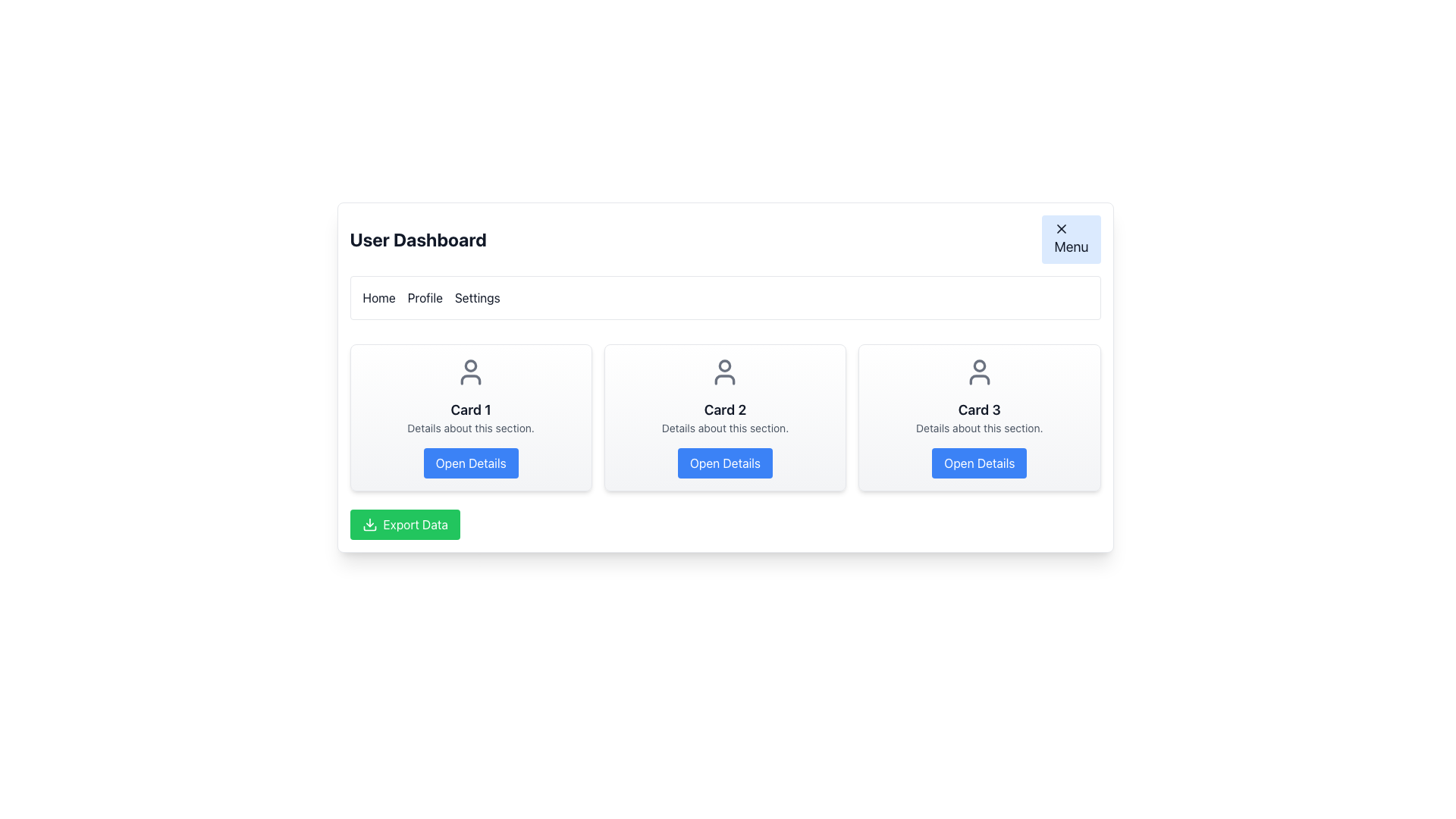 This screenshot has height=819, width=1456. What do you see at coordinates (369, 528) in the screenshot?
I see `the curved line resembling a part of a downward arrow in the bottom left corner, above the label 'Export Data'` at bounding box center [369, 528].